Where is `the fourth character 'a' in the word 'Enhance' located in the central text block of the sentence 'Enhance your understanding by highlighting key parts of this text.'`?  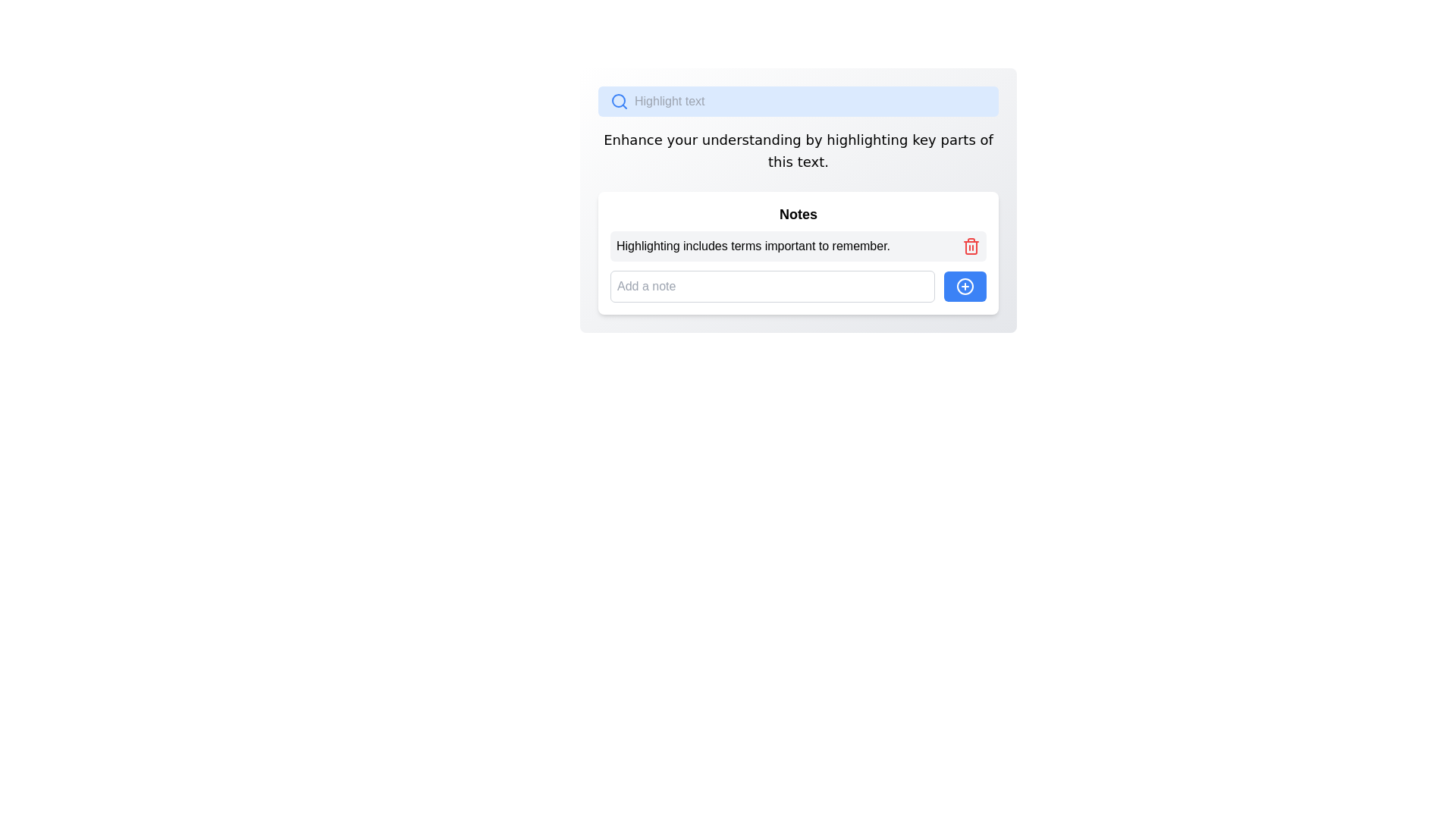 the fourth character 'a' in the word 'Enhance' located in the central text block of the sentence 'Enhance your understanding by highlighting key parts of this text.' is located at coordinates (625, 140).